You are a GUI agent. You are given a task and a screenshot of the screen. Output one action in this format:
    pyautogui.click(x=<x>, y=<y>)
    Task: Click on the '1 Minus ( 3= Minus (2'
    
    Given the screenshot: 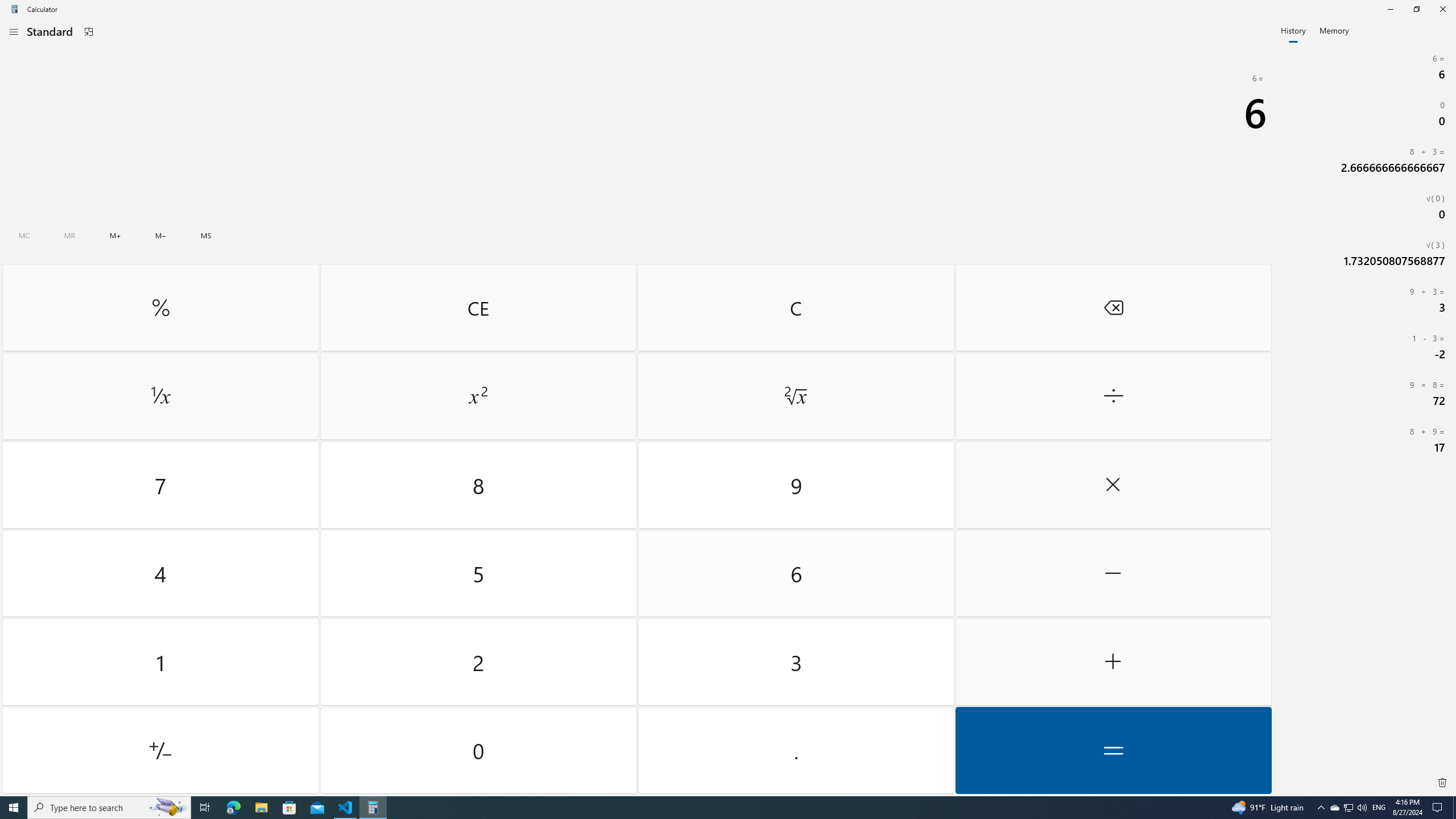 What is the action you would take?
    pyautogui.click(x=1365, y=346)
    